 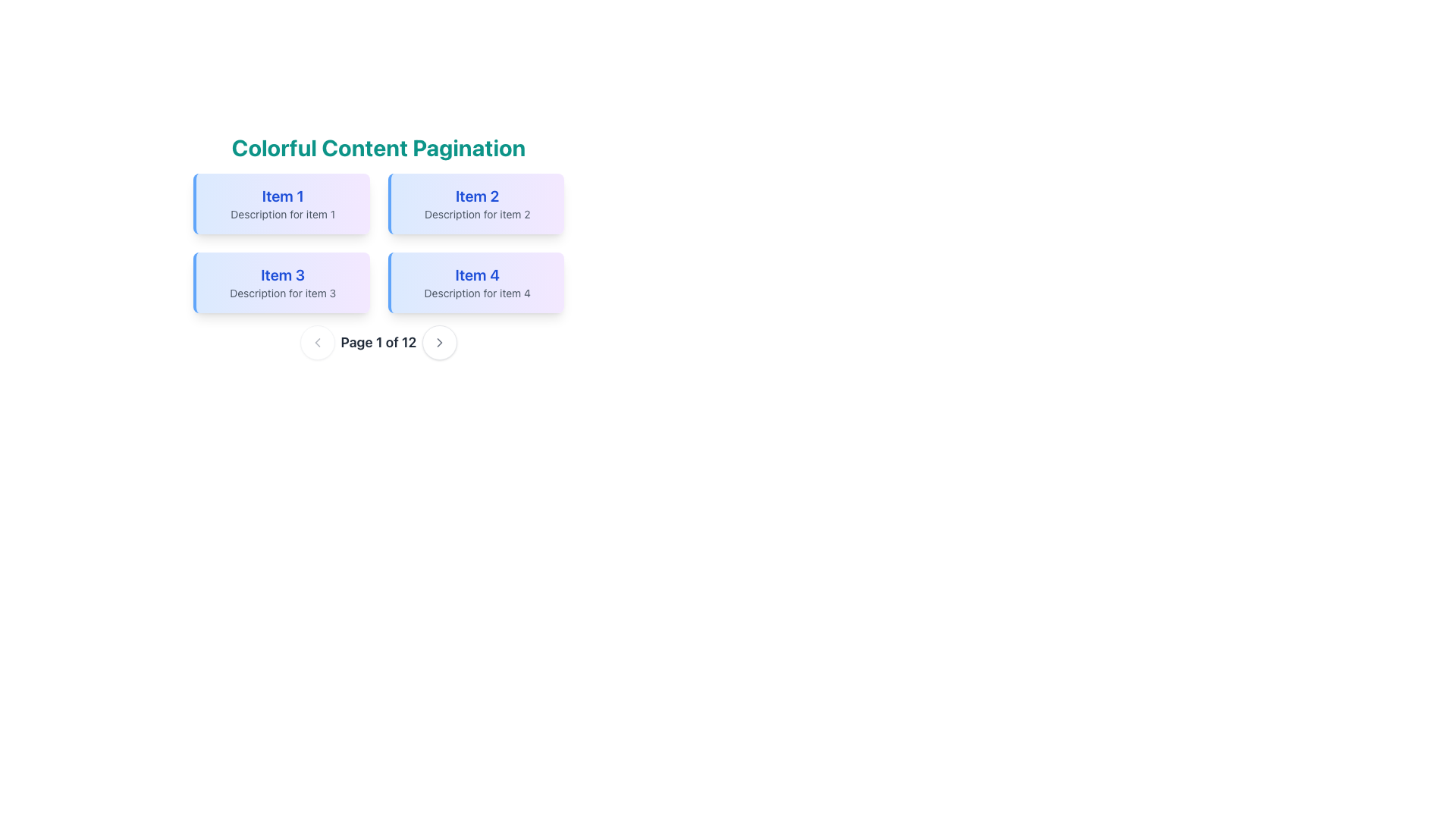 I want to click on the text label displaying 'Item 1' which is styled with a large, bold font in vivid blue, located in the top-left corner of a grid of four elements within a card-like component, so click(x=283, y=195).